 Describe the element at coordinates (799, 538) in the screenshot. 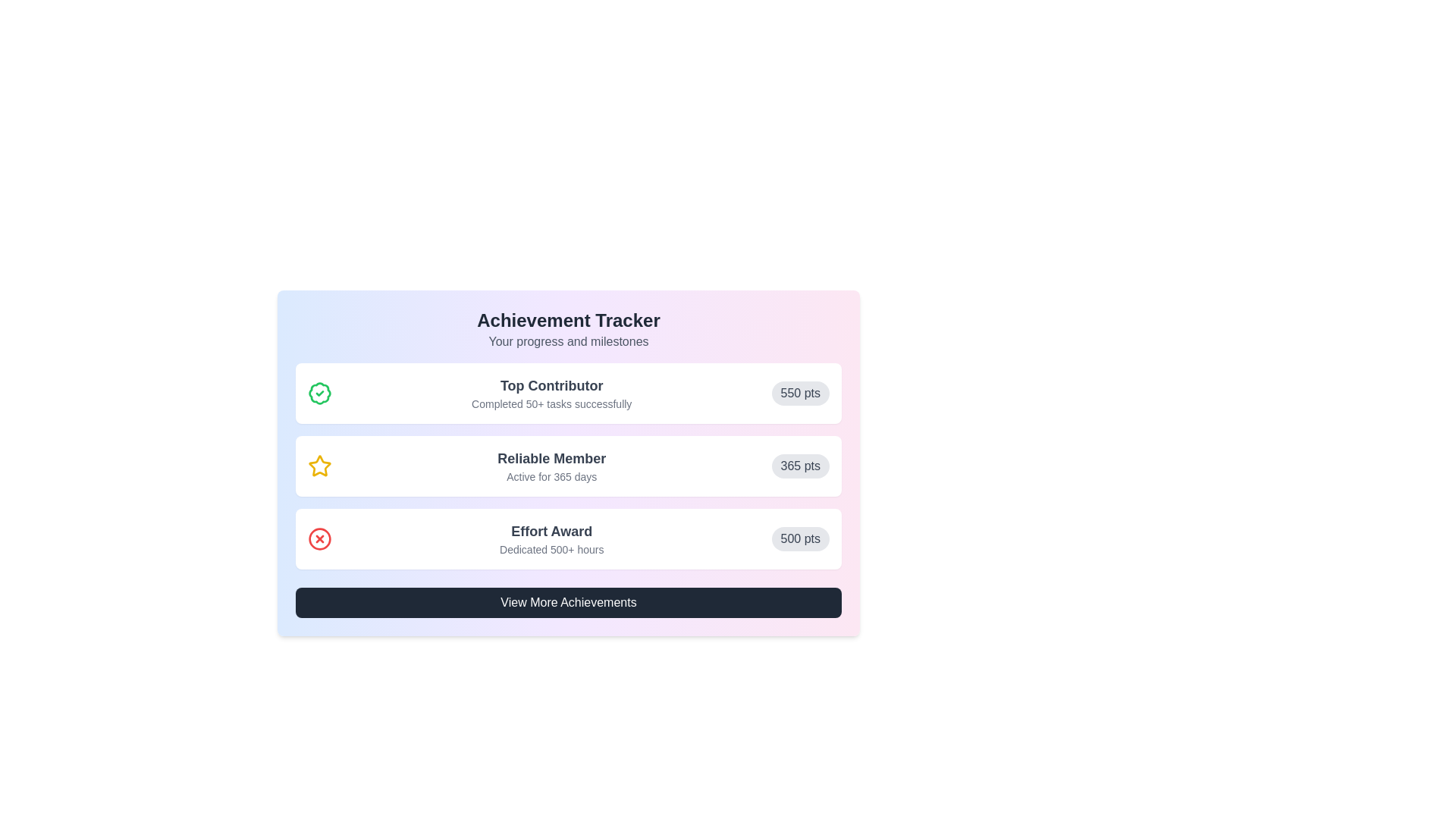

I see `'500 pts' text label, which is a rounded rectangular badge with a light gray background located at the far right end of the 'Effort Award' entry` at that location.